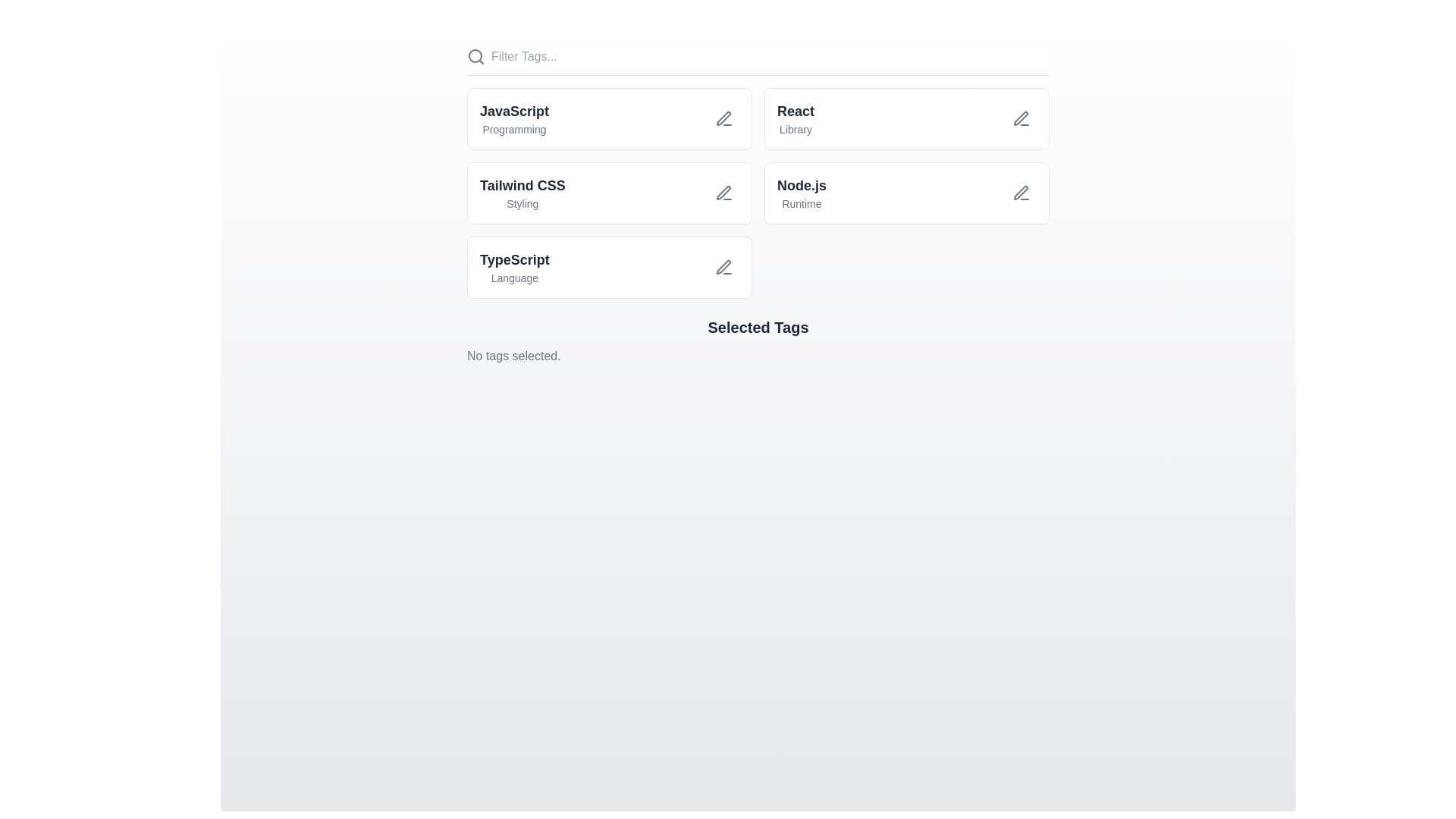 This screenshot has width=1456, height=819. I want to click on the pen icon button located in the top-right corner of the 'Tailwind CSS' card to initiate an action, so click(723, 192).